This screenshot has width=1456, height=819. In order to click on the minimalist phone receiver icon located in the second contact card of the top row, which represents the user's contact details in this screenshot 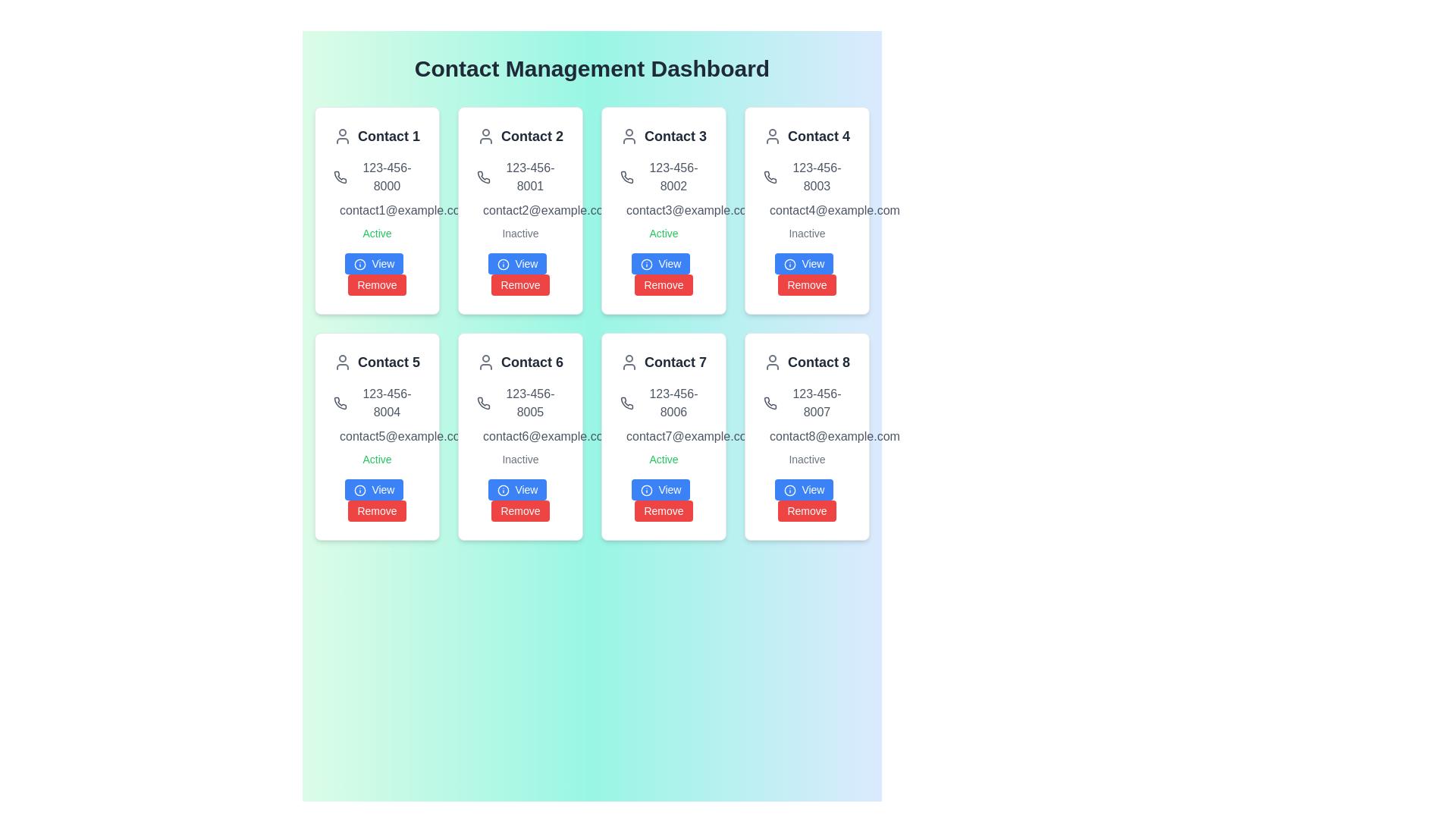, I will do `click(483, 177)`.